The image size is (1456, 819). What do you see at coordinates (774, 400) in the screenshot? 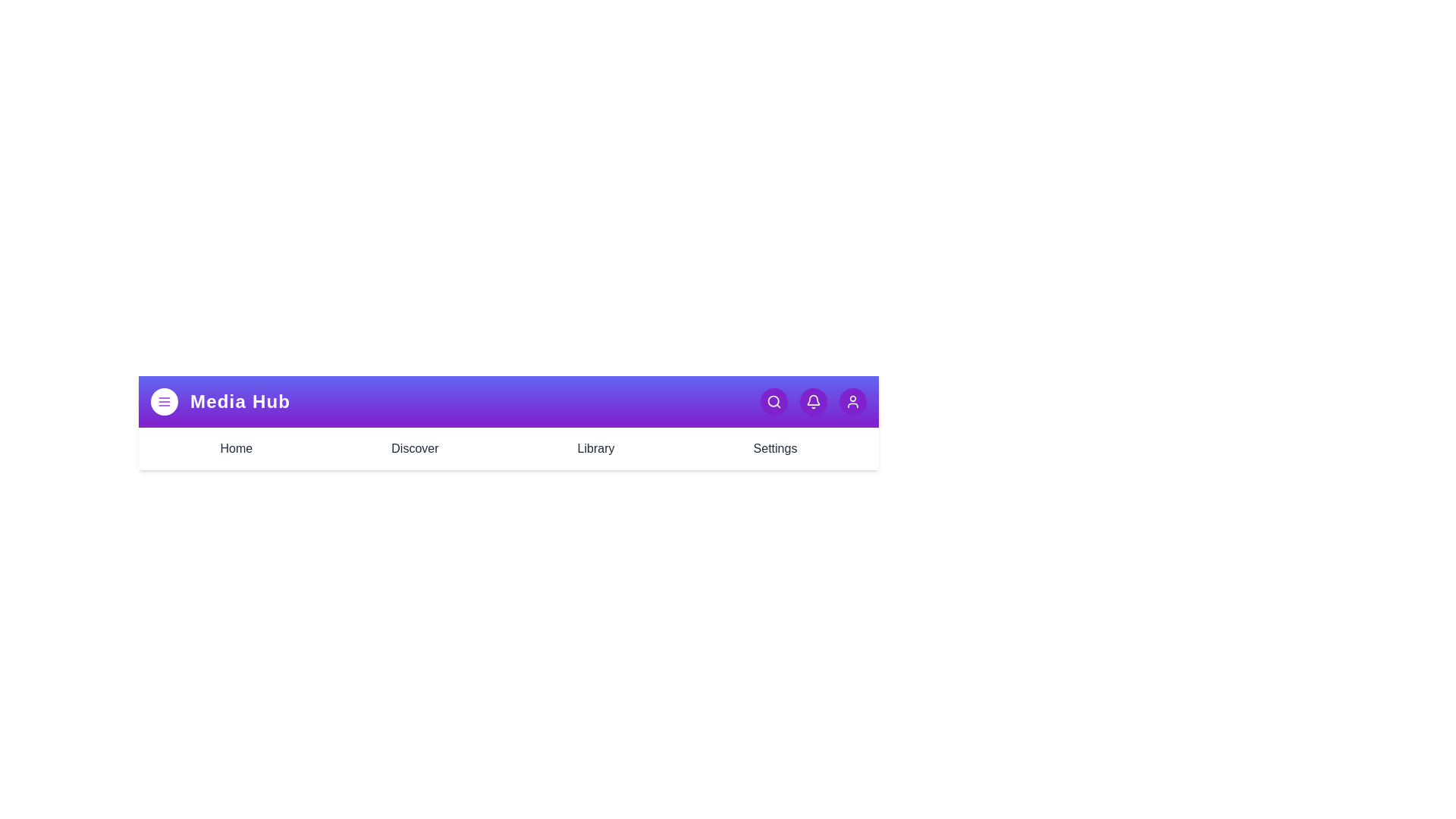
I see `the search button to initiate a search action` at bounding box center [774, 400].